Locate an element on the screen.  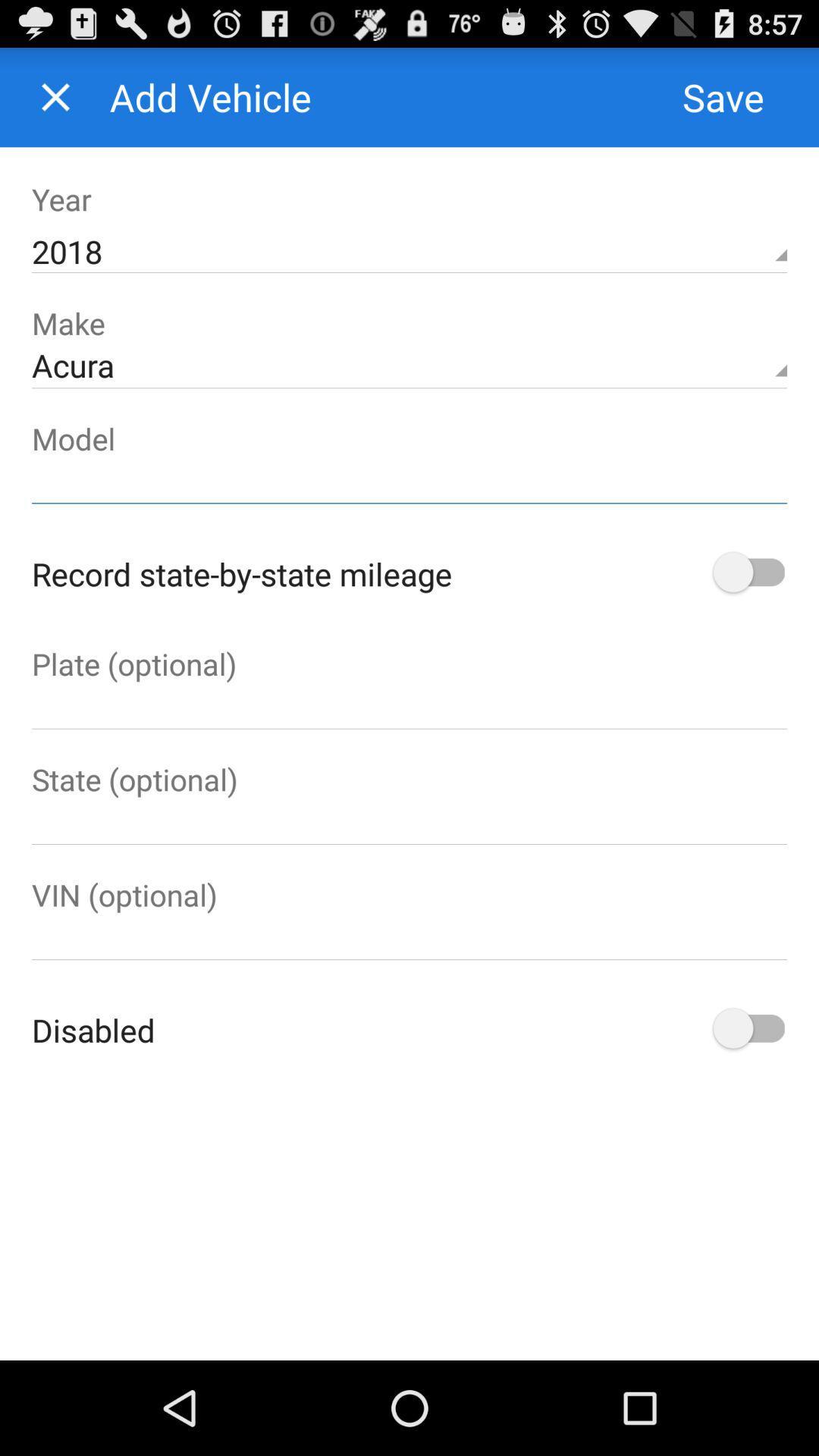
text box is located at coordinates (409, 480).